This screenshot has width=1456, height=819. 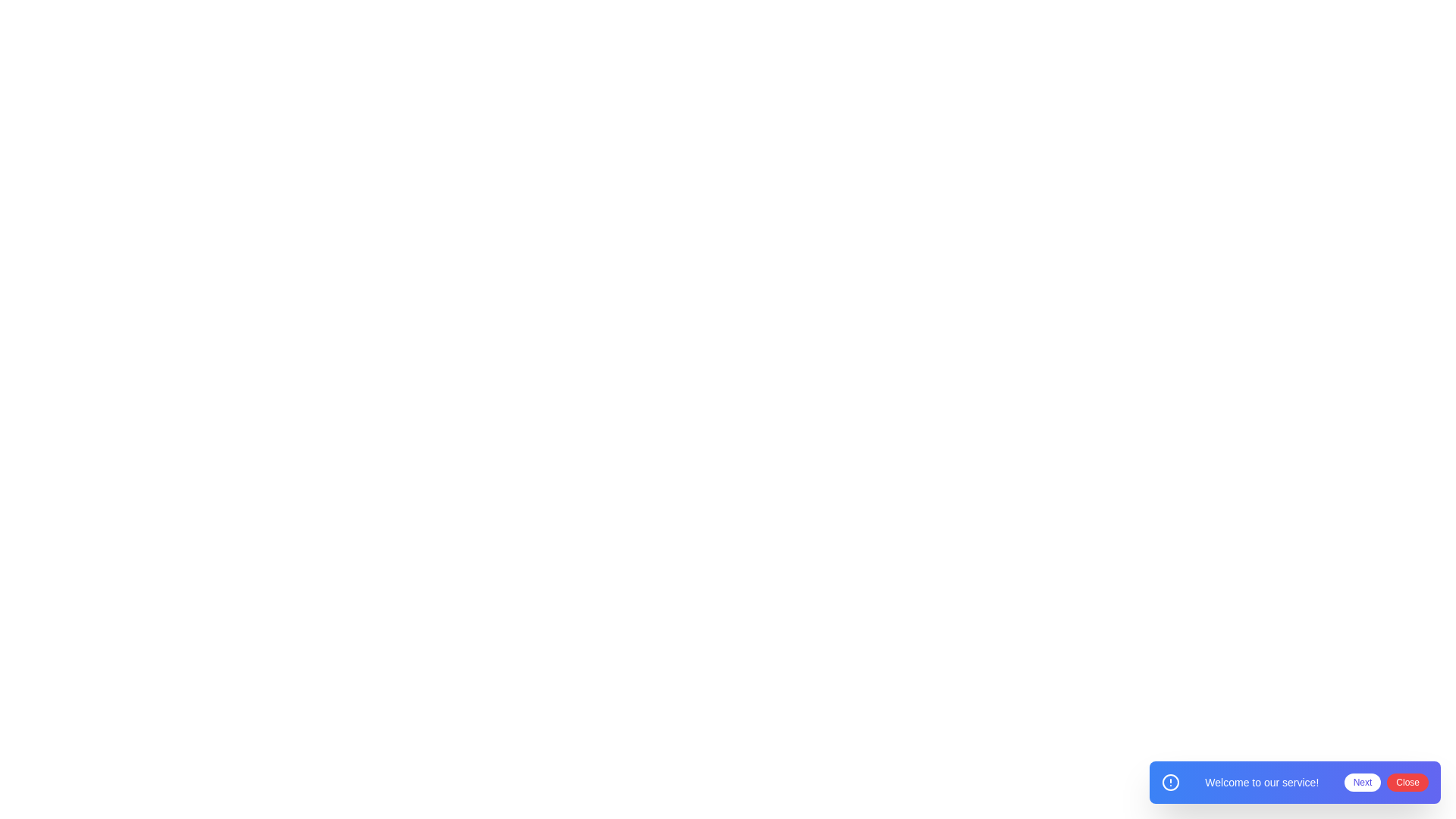 I want to click on the alert icon in the snackbar, so click(x=1170, y=783).